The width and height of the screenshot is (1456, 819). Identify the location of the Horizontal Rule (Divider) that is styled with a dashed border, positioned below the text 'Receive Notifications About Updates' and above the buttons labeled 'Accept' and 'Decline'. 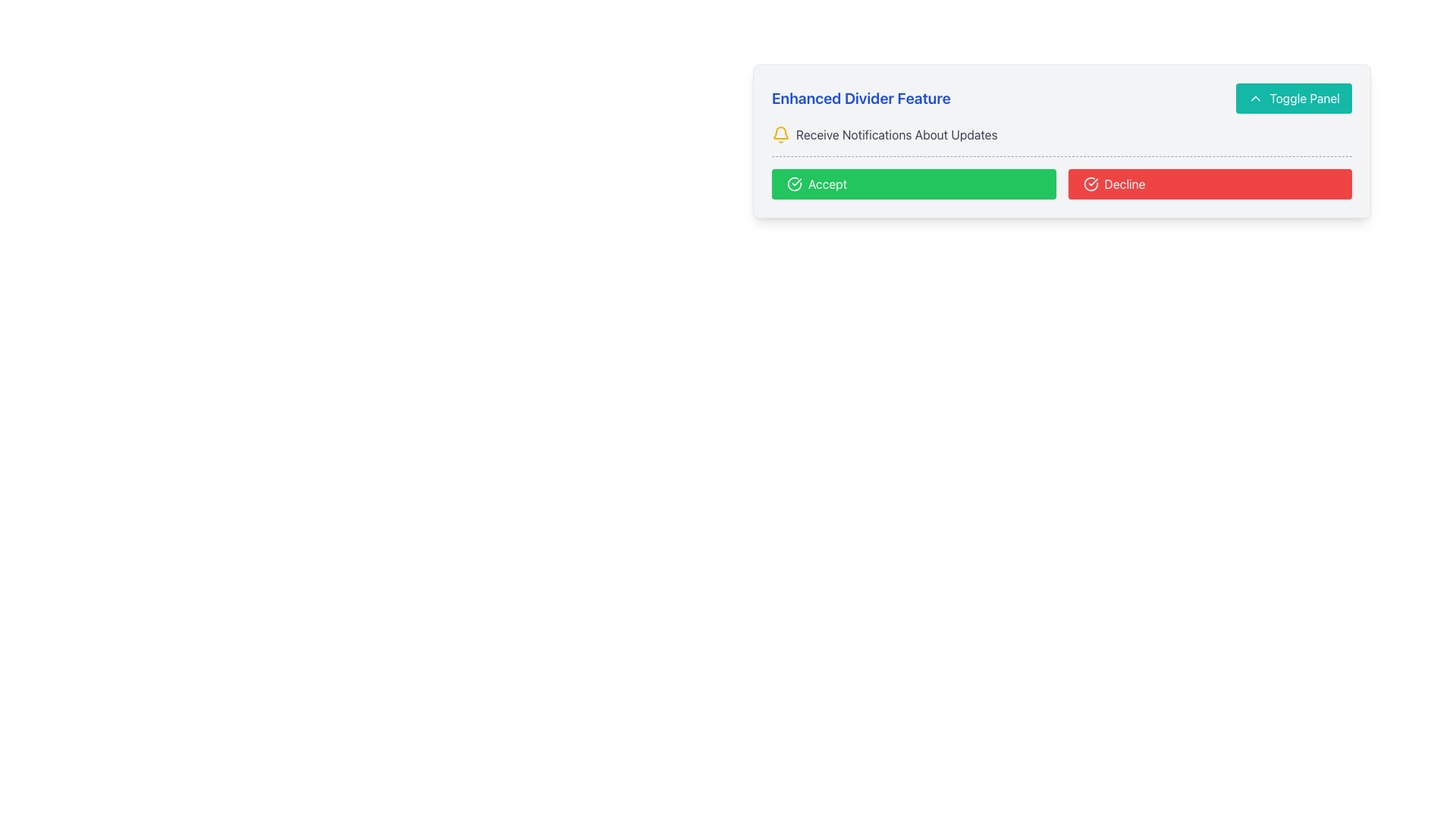
(1061, 156).